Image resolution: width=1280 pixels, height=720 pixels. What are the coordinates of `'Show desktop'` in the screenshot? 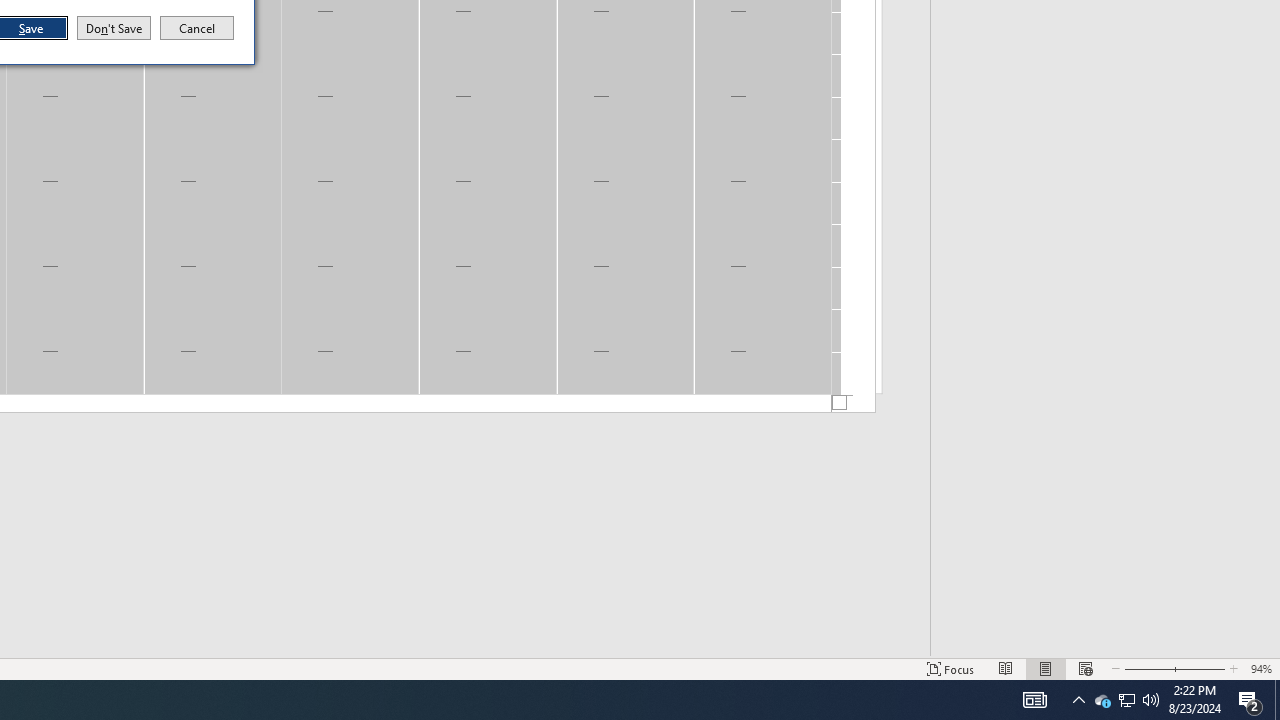 It's located at (1250, 698).